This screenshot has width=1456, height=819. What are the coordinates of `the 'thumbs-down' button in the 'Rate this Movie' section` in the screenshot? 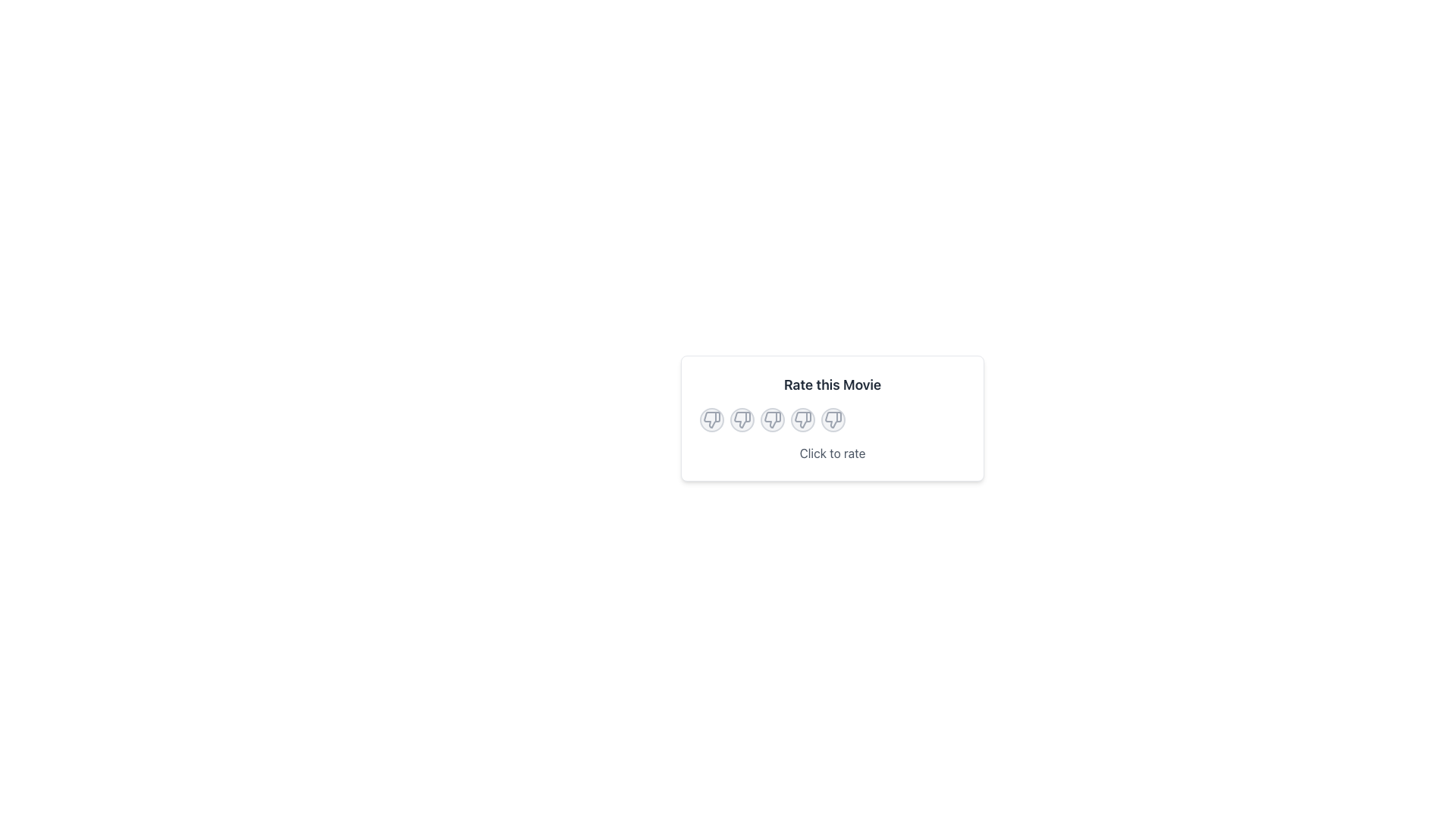 It's located at (742, 420).